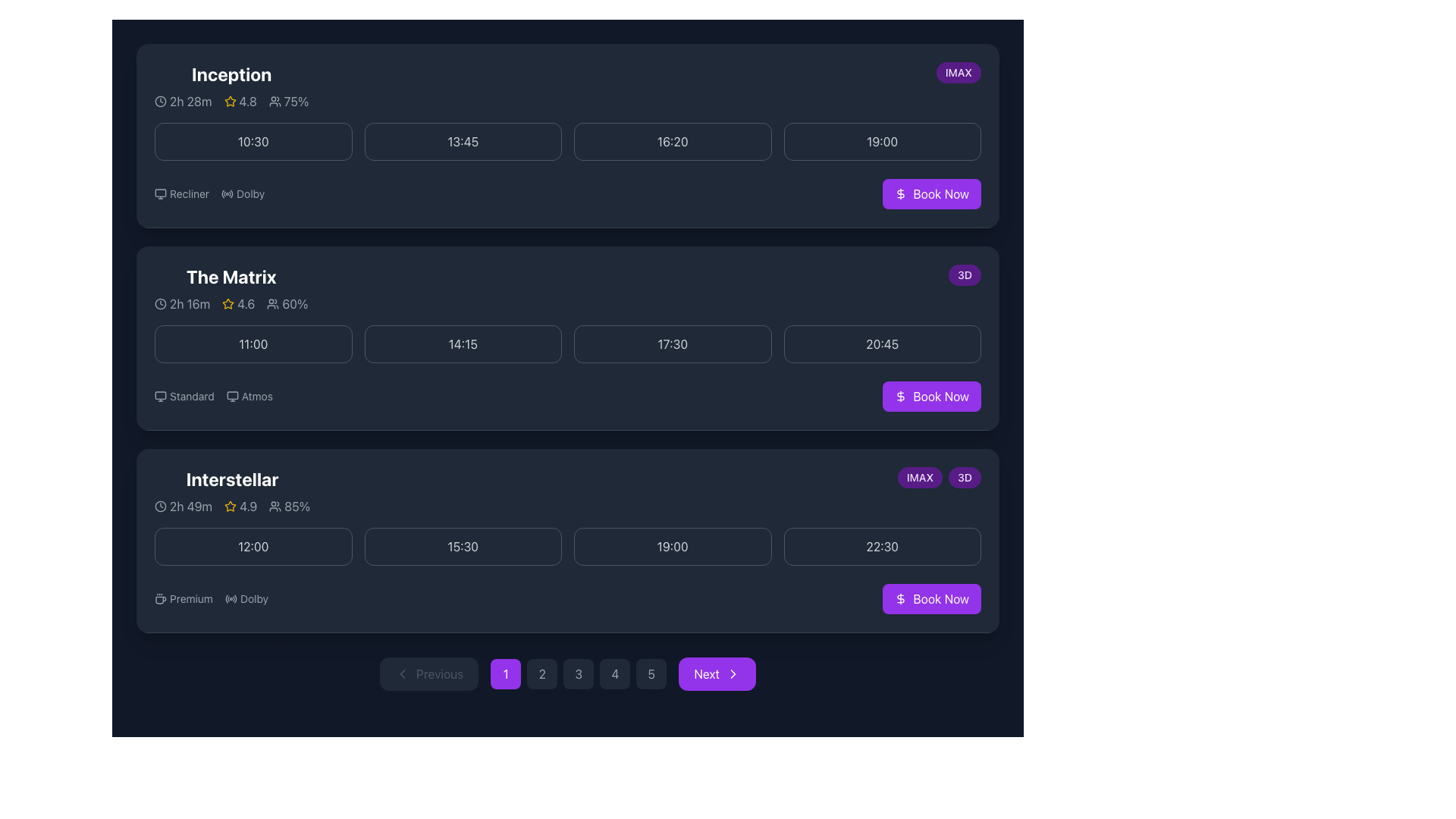 The image size is (1456, 819). I want to click on the text label displaying 'Dolby' in light gray color, which is positioned to the right of the 'Recliner' label under the movie 'Inception' details card, so click(243, 193).